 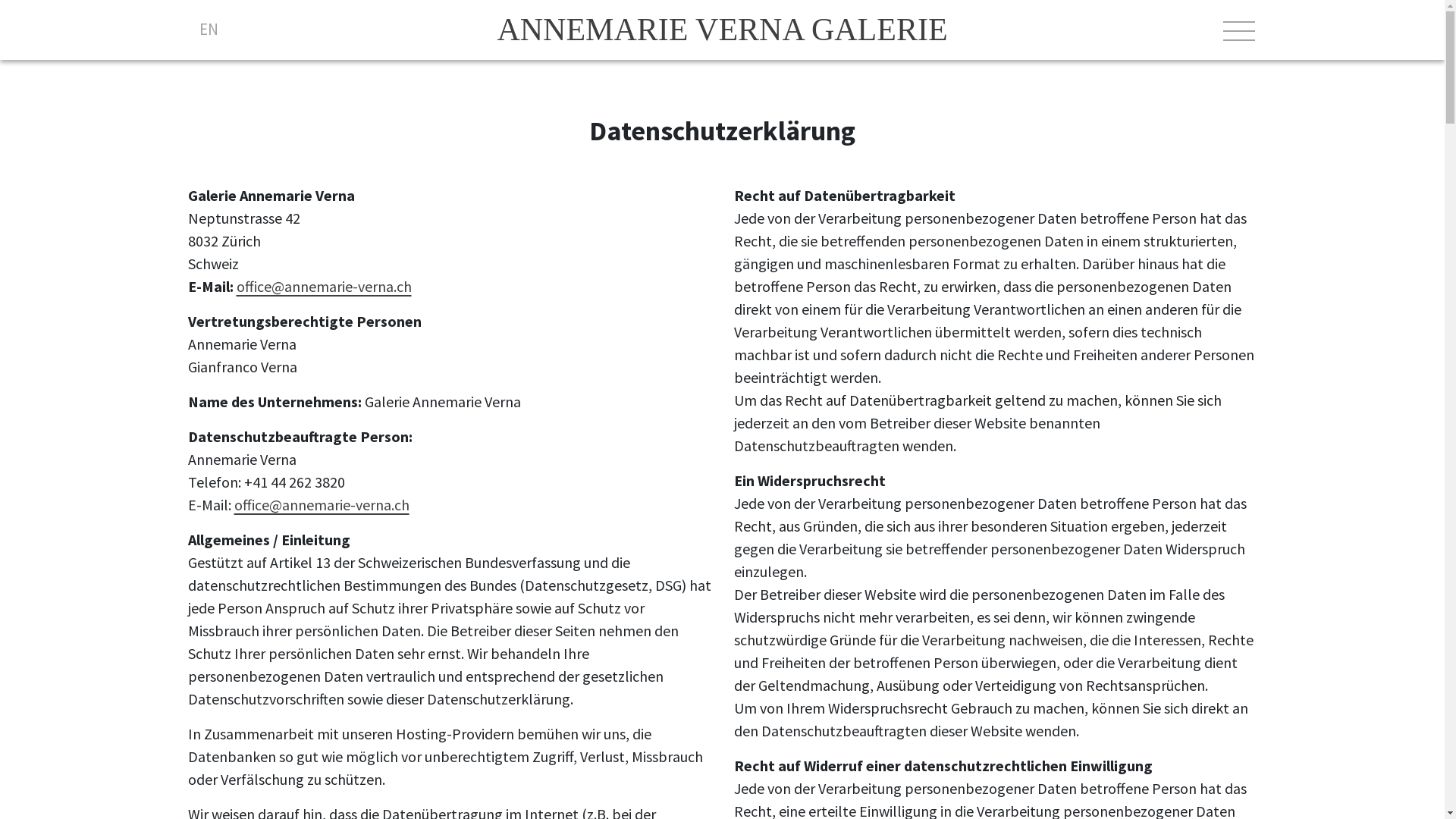 I want to click on 'ANNEMARIE VERNA GALERIE', so click(x=720, y=30).